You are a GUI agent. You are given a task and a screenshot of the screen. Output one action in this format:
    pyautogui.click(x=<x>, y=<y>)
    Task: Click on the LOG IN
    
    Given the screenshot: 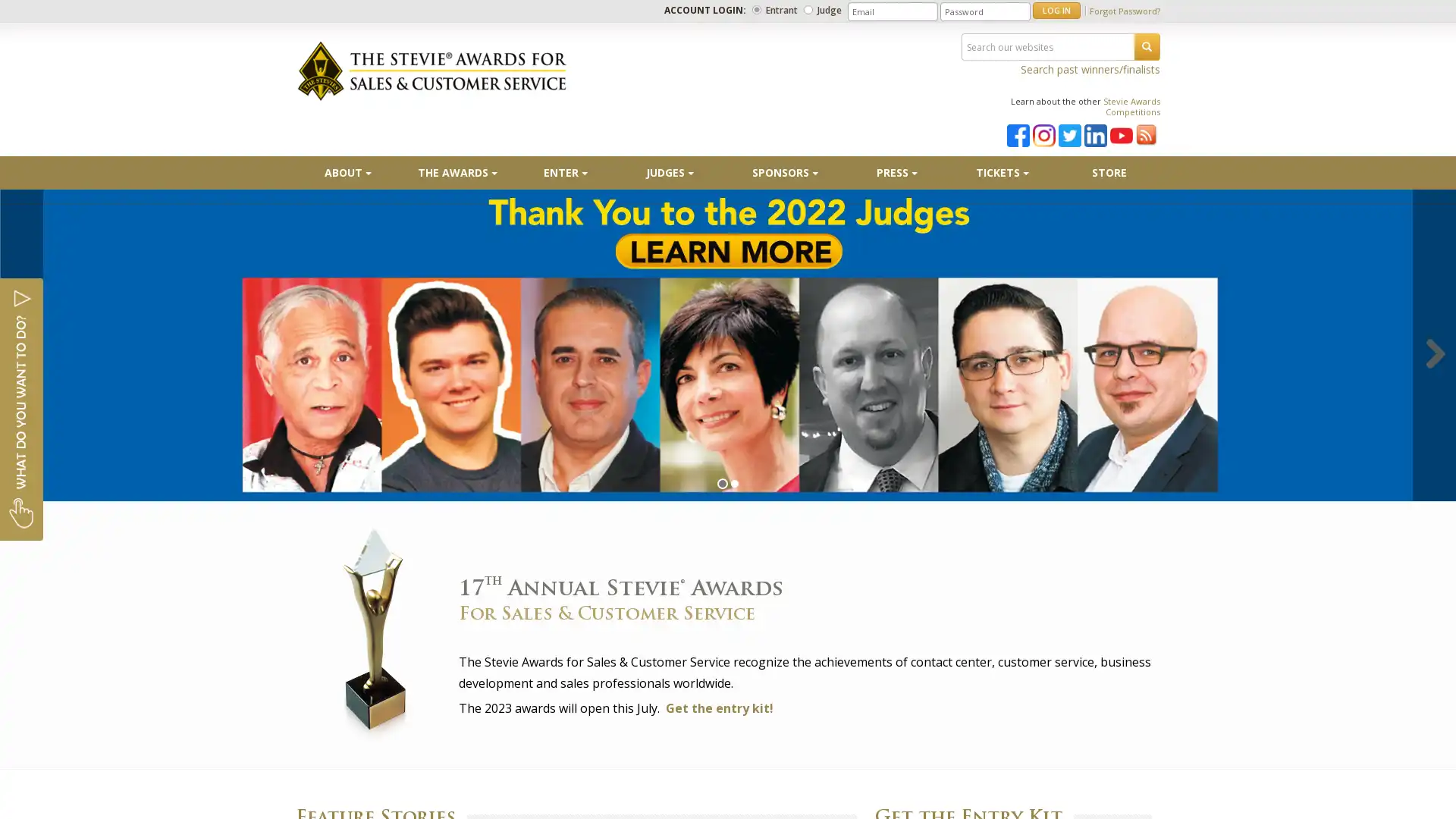 What is the action you would take?
    pyautogui.click(x=1056, y=11)
    